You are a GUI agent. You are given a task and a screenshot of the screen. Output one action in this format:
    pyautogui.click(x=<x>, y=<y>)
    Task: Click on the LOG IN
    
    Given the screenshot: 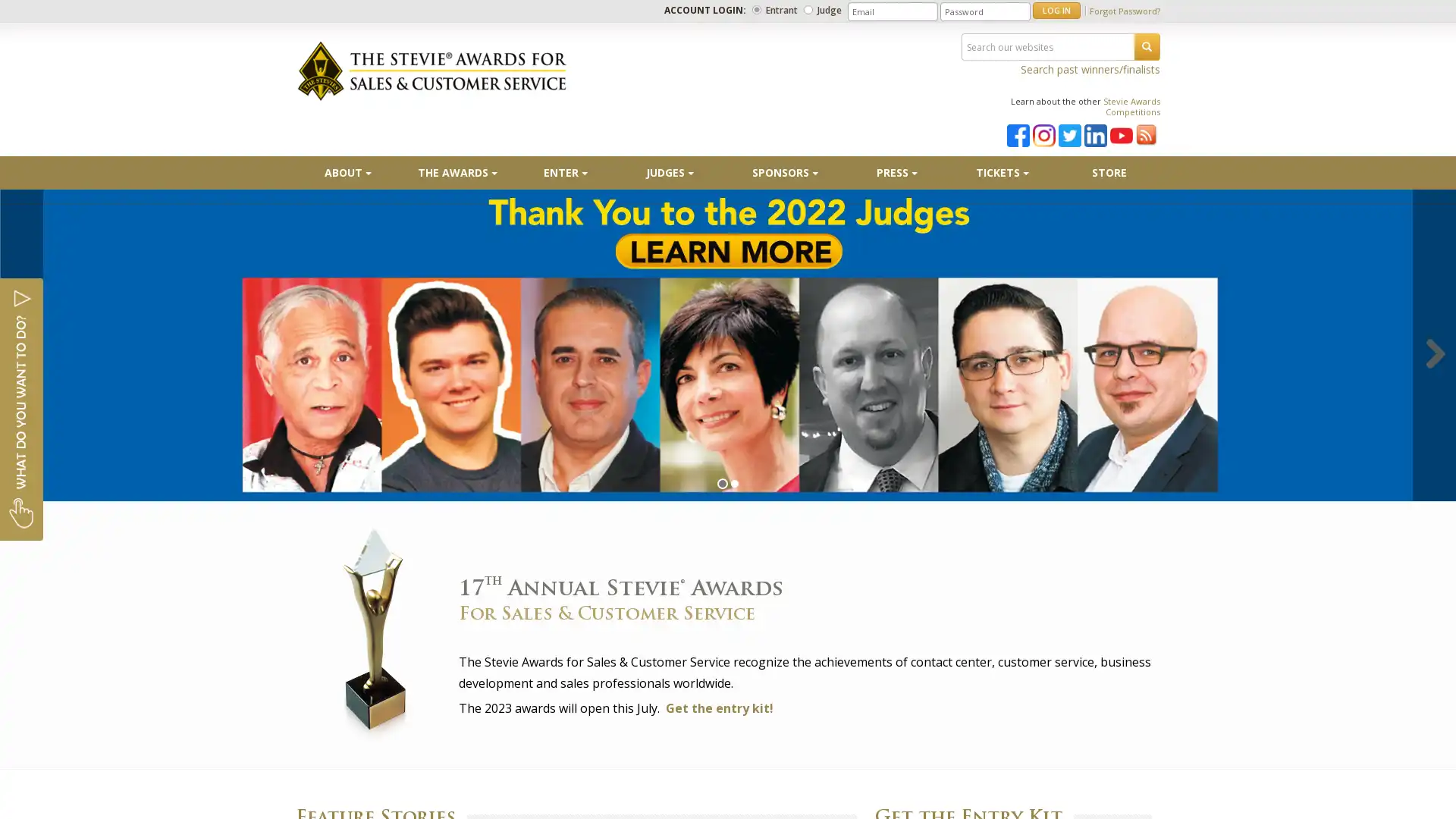 What is the action you would take?
    pyautogui.click(x=1056, y=11)
    